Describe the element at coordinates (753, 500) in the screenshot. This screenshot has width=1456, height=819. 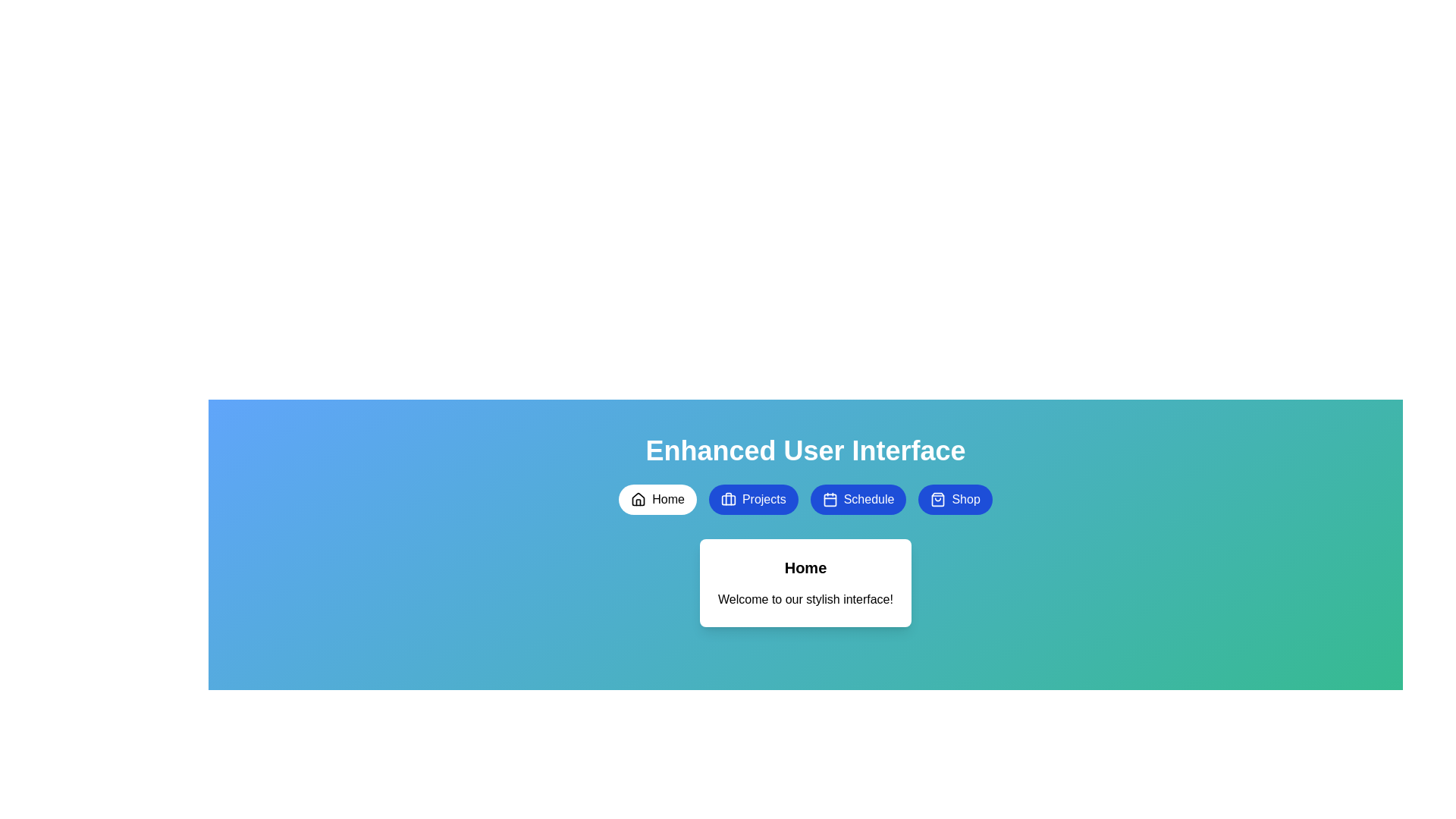
I see `the Projects button to switch to the corresponding tab` at that location.